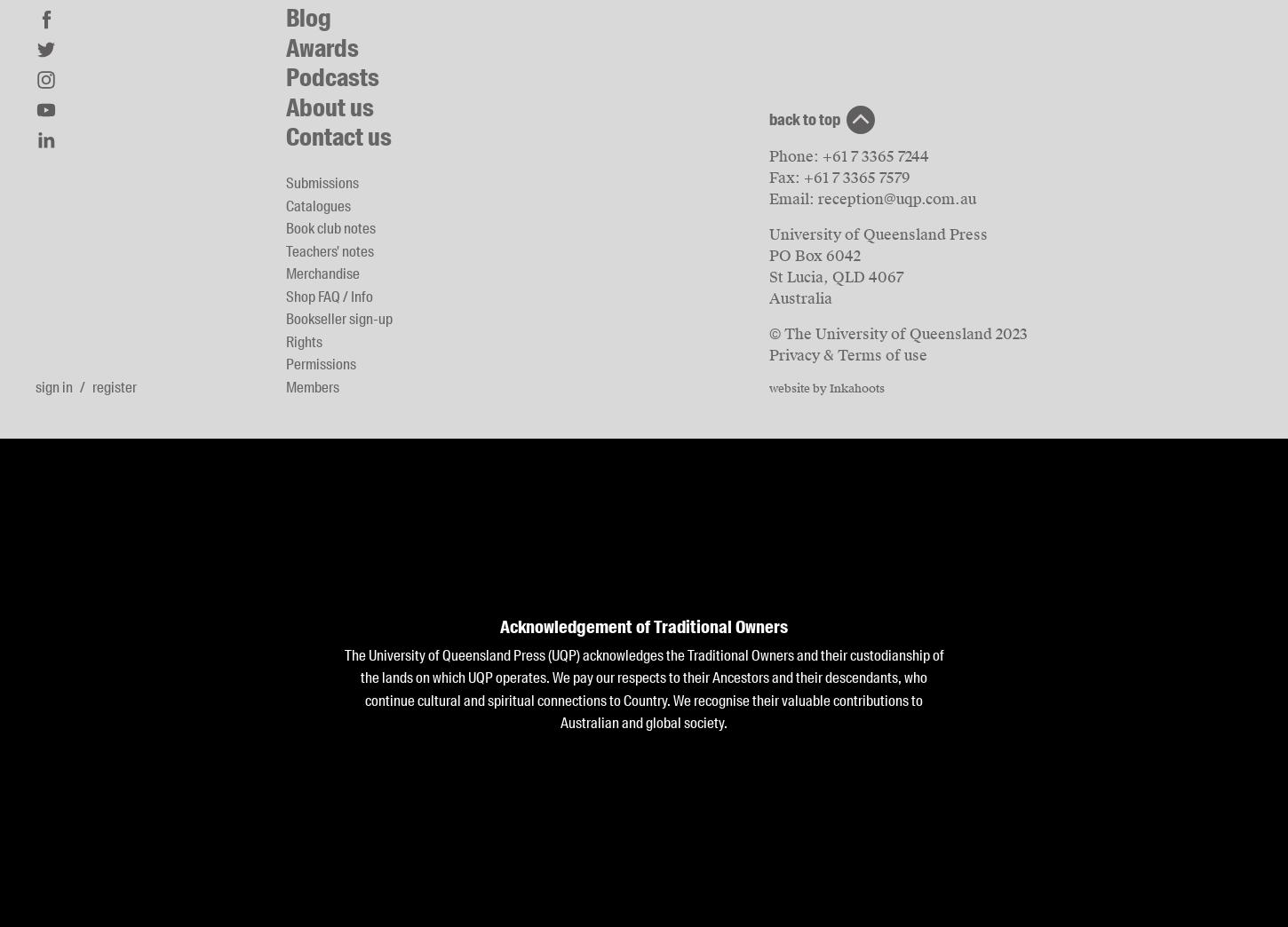 This screenshot has height=927, width=1288. What do you see at coordinates (1010, 333) in the screenshot?
I see `'2023'` at bounding box center [1010, 333].